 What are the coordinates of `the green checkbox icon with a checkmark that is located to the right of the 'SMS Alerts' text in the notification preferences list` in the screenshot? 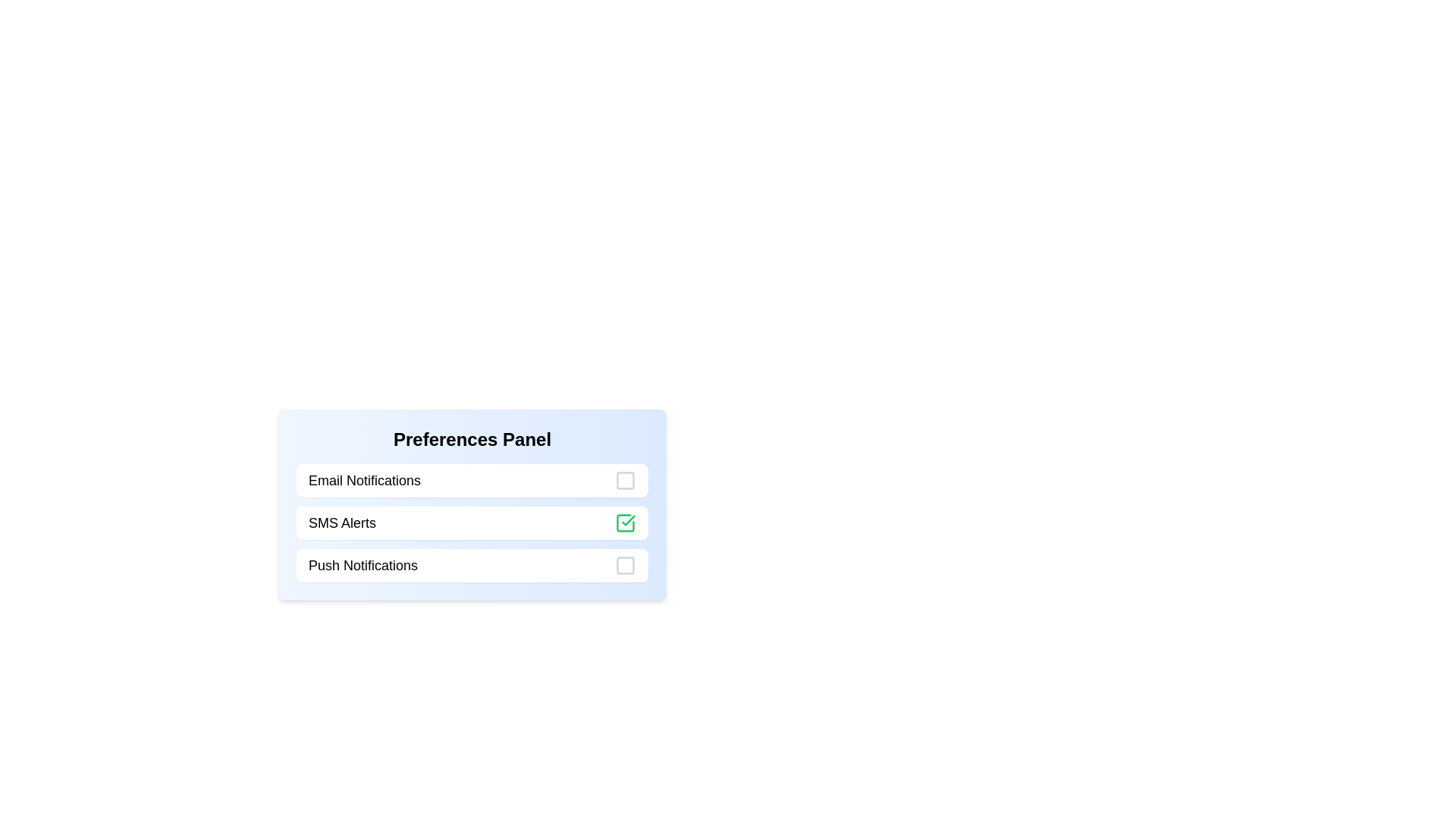 It's located at (626, 522).